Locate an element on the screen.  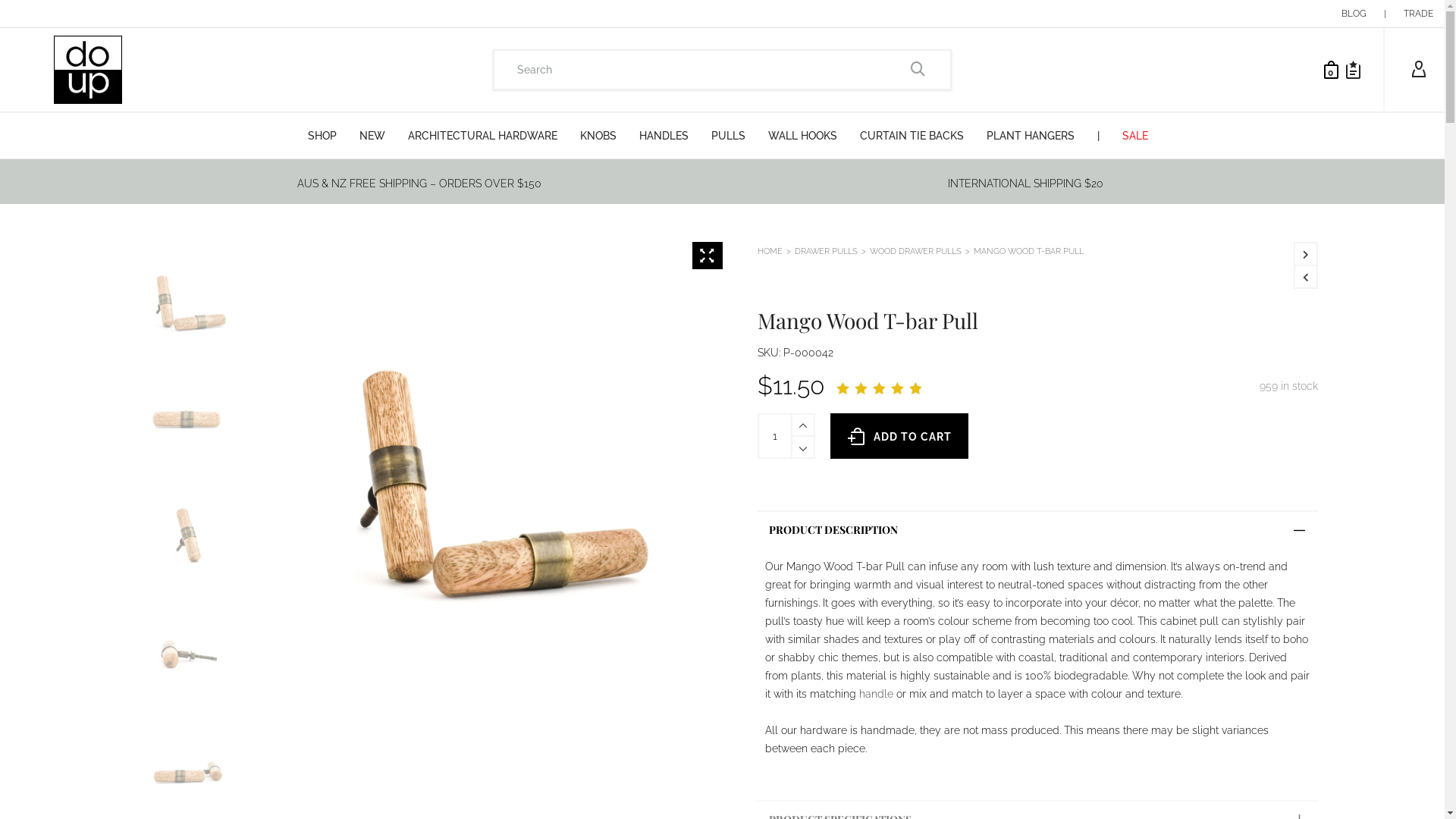
'handle' is located at coordinates (876, 693).